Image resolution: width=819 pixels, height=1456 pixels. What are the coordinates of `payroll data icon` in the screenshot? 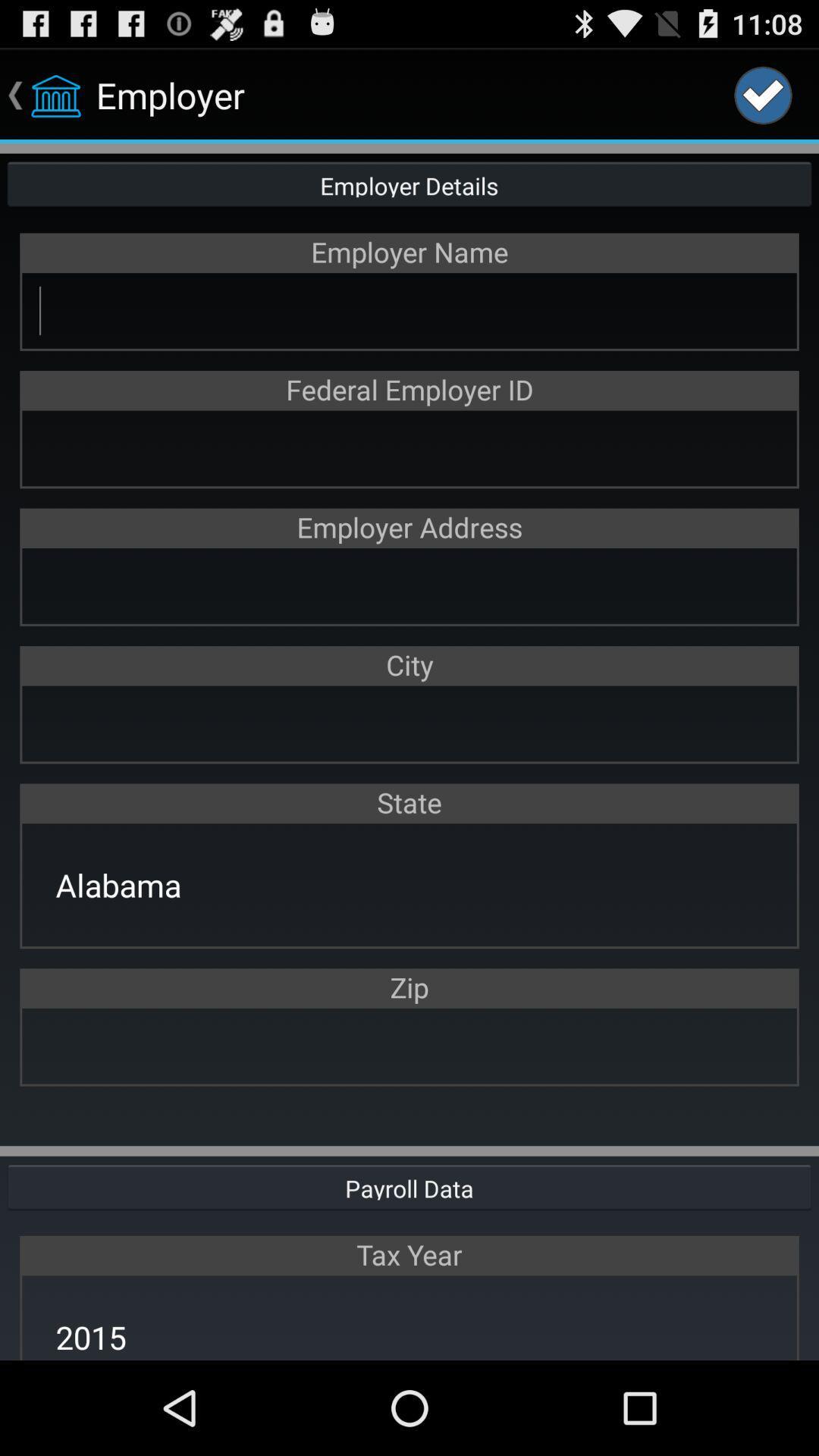 It's located at (409, 1185).